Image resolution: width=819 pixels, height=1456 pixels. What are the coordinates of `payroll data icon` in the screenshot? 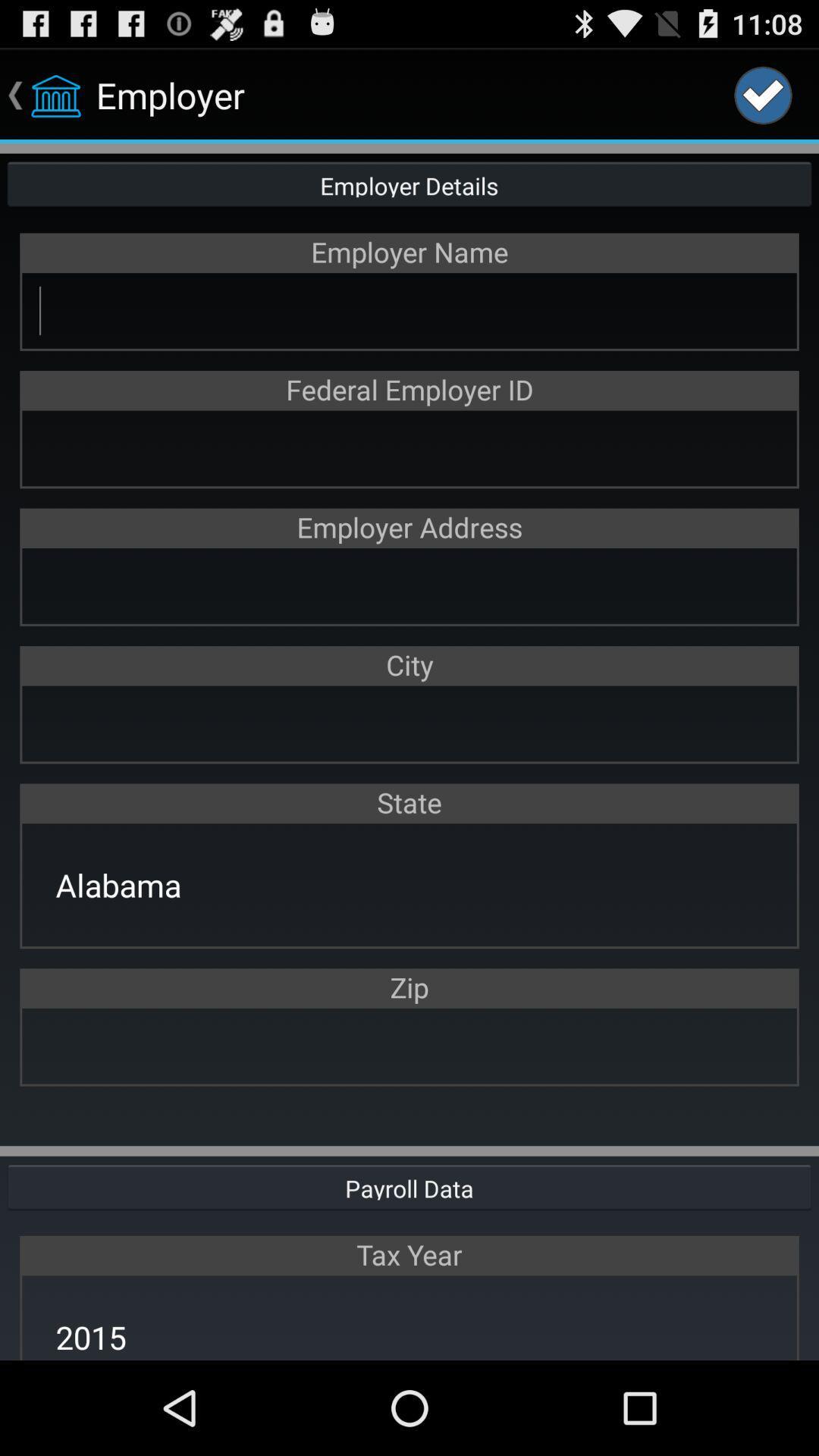 It's located at (409, 1185).